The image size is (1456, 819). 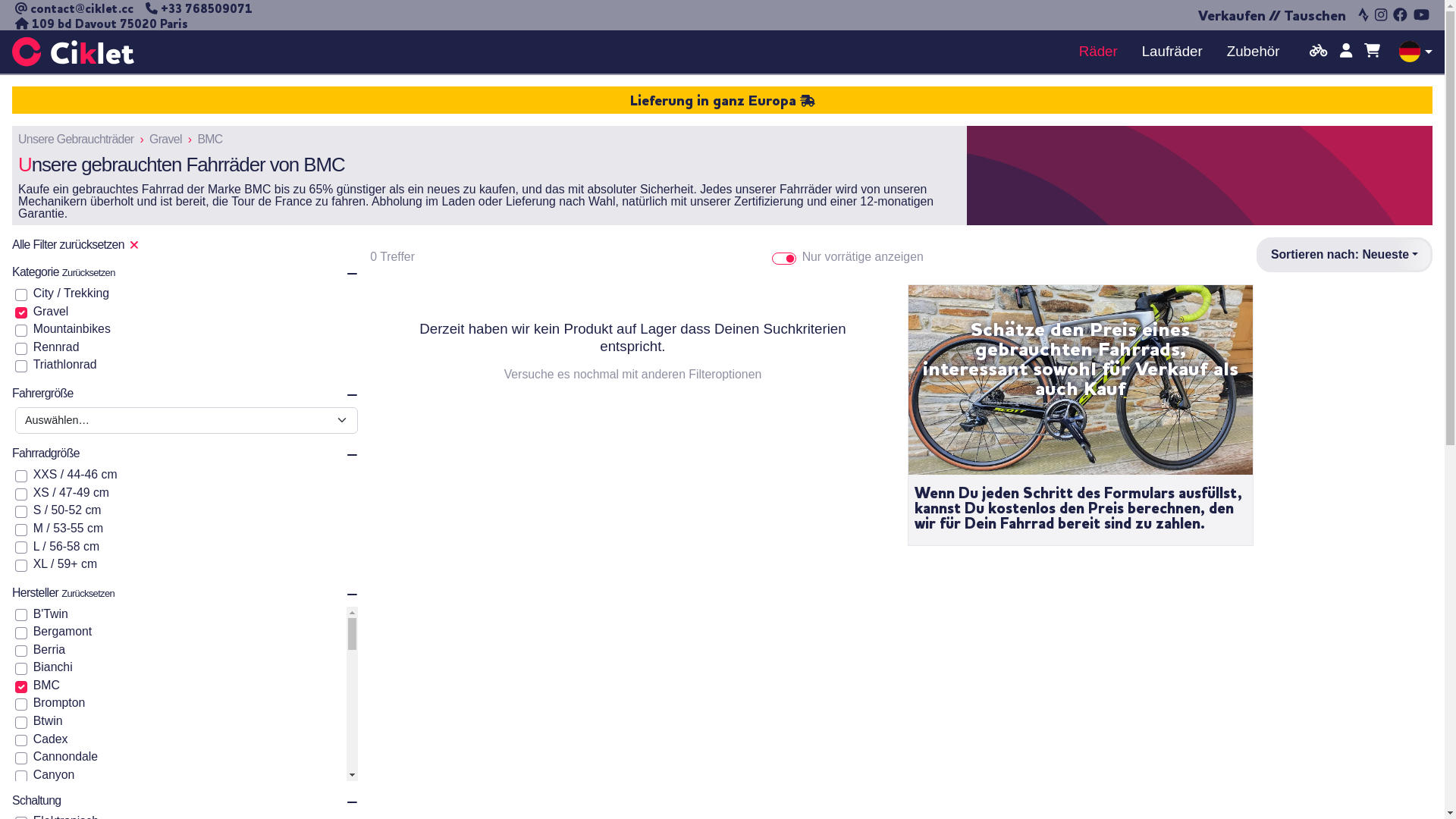 I want to click on 'Gravel', so click(x=149, y=139).